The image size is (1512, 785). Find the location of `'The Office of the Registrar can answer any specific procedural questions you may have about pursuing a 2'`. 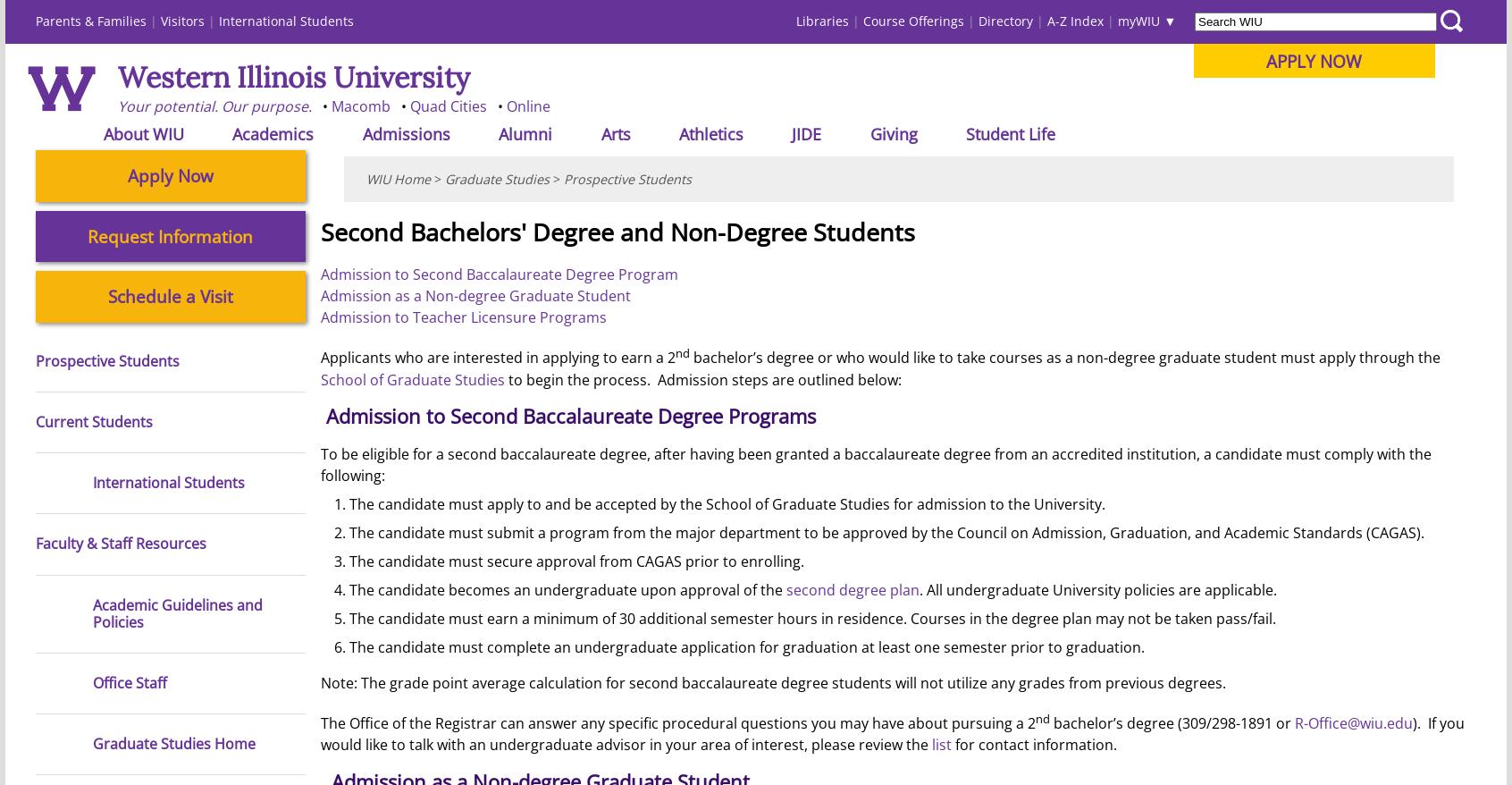

'The Office of the Registrar can answer any specific procedural questions you may have about pursuing a 2' is located at coordinates (676, 722).